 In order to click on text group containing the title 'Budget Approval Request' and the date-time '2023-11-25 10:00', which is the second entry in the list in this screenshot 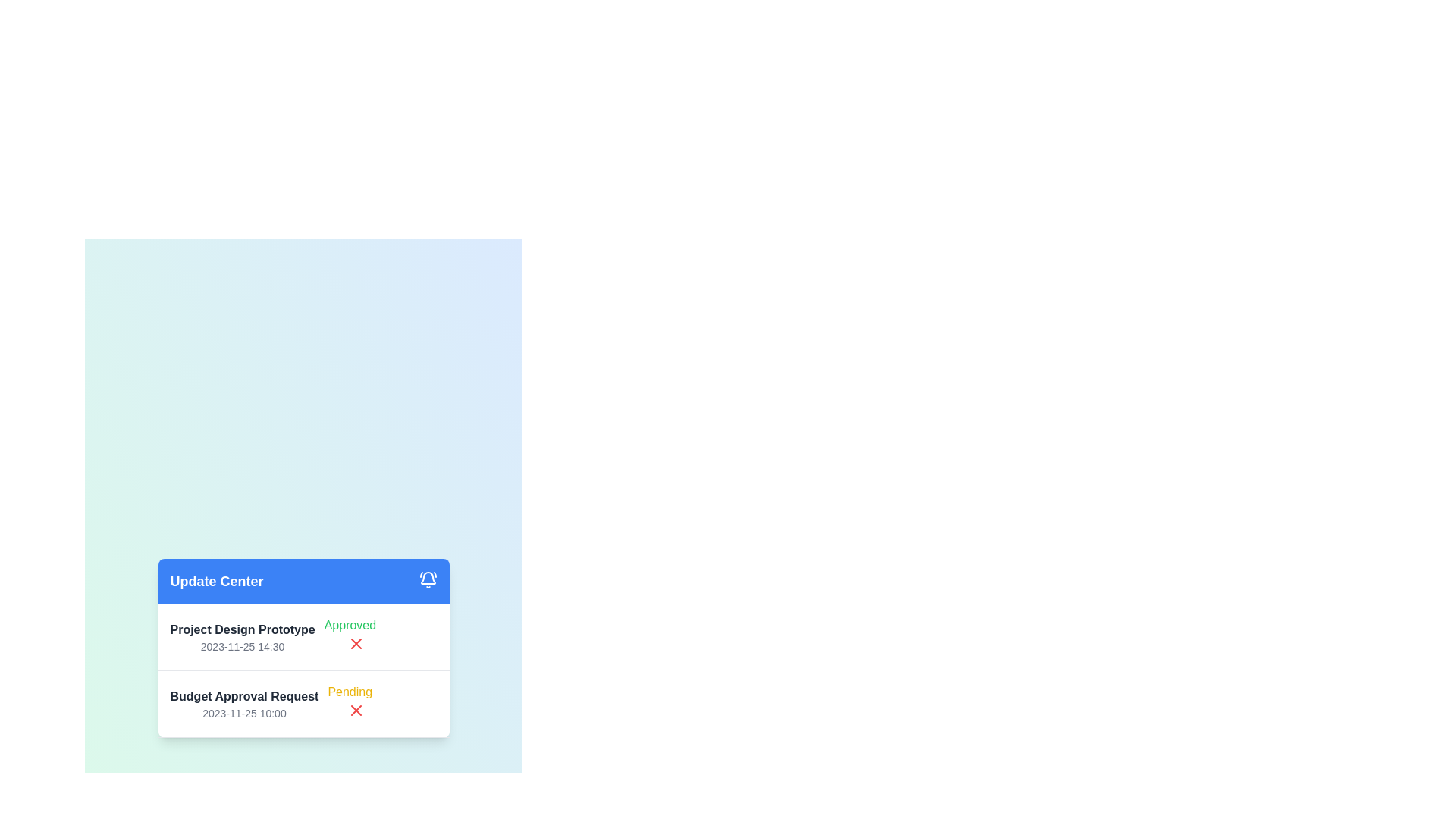, I will do `click(244, 704)`.